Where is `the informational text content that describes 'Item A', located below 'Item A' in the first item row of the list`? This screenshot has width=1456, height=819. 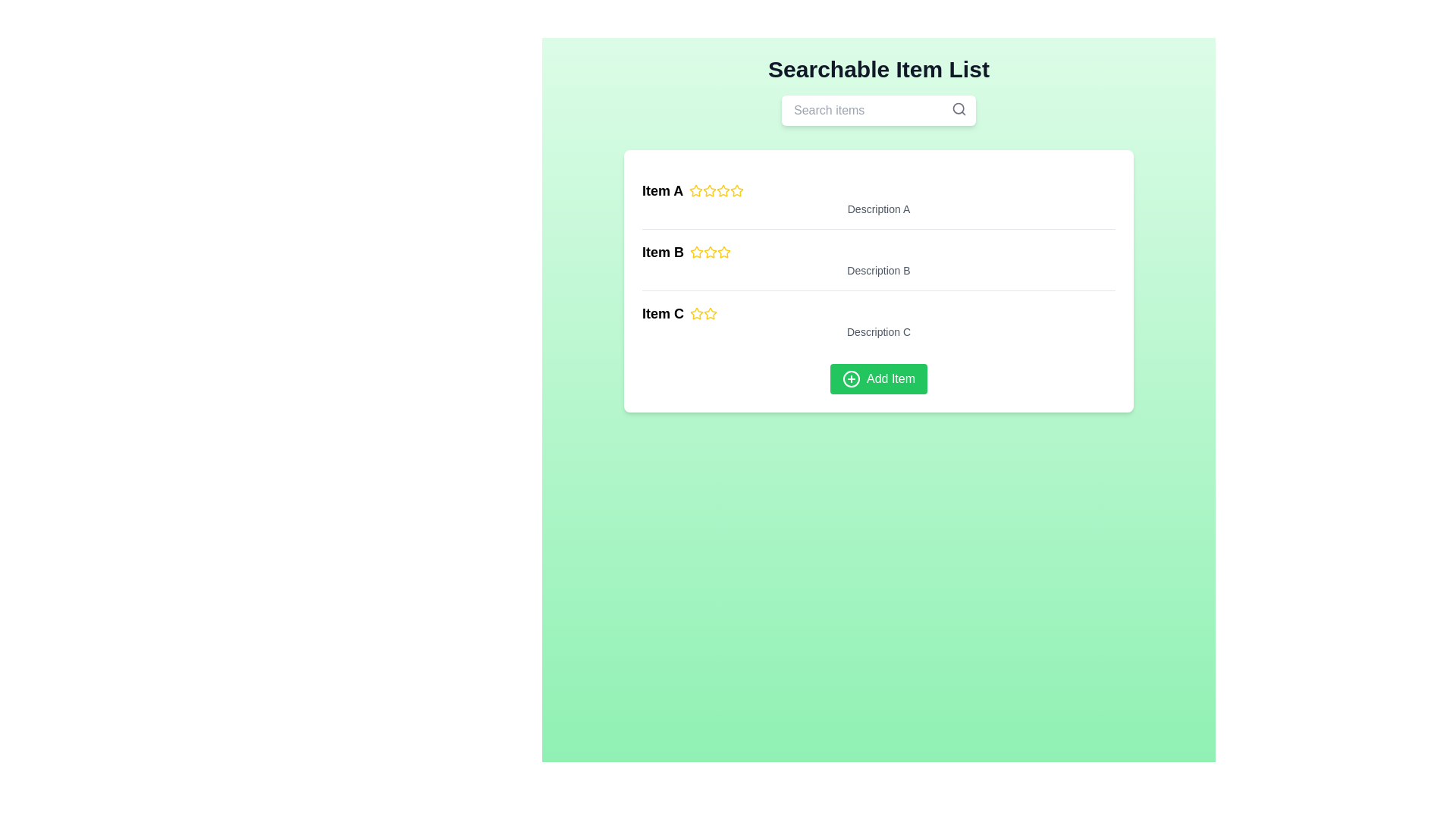 the informational text content that describes 'Item A', located below 'Item A' in the first item row of the list is located at coordinates (878, 209).